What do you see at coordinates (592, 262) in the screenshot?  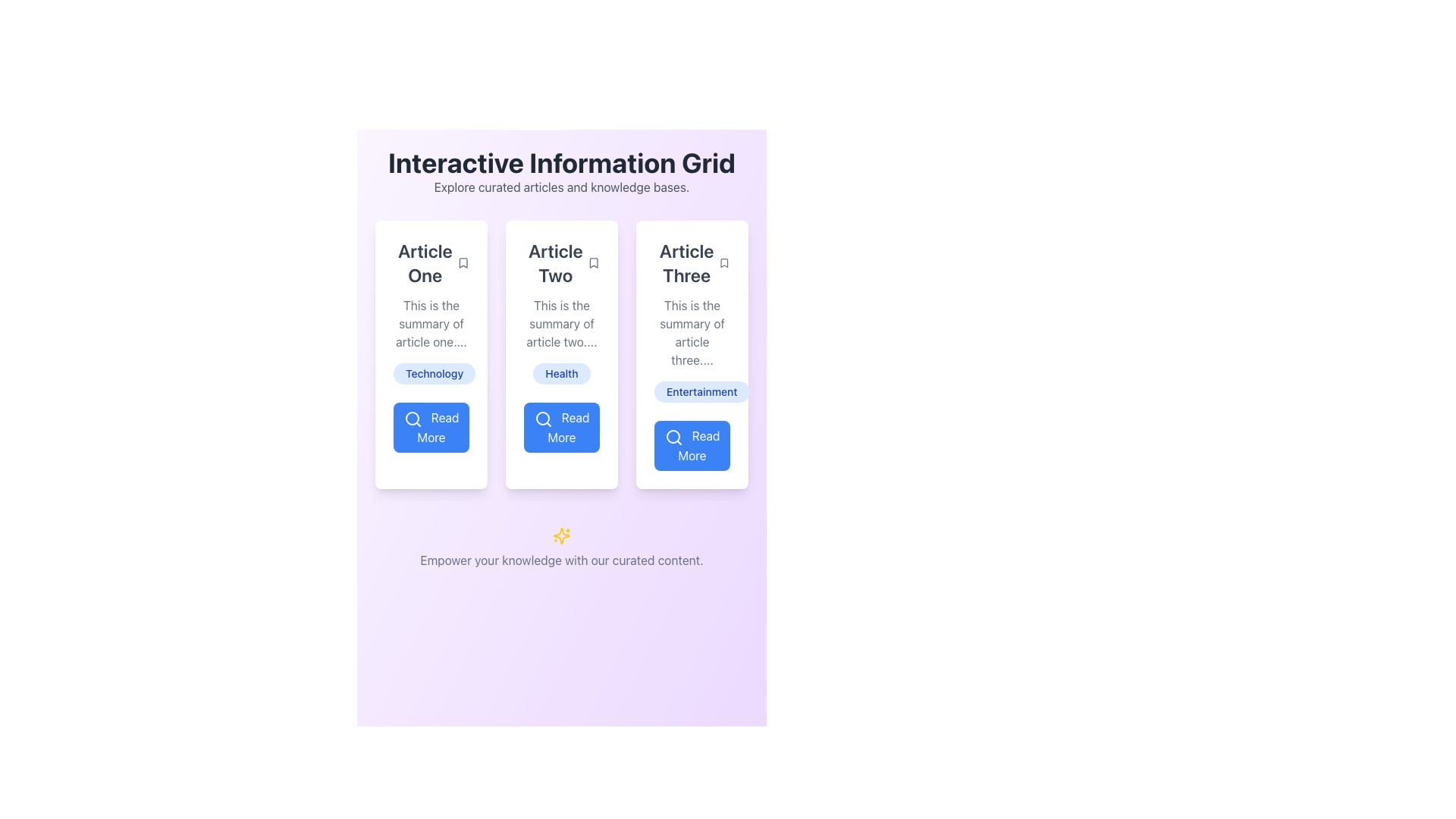 I see `the Bookmark icon located at the top-right corner of the 'Article Two' card` at bounding box center [592, 262].